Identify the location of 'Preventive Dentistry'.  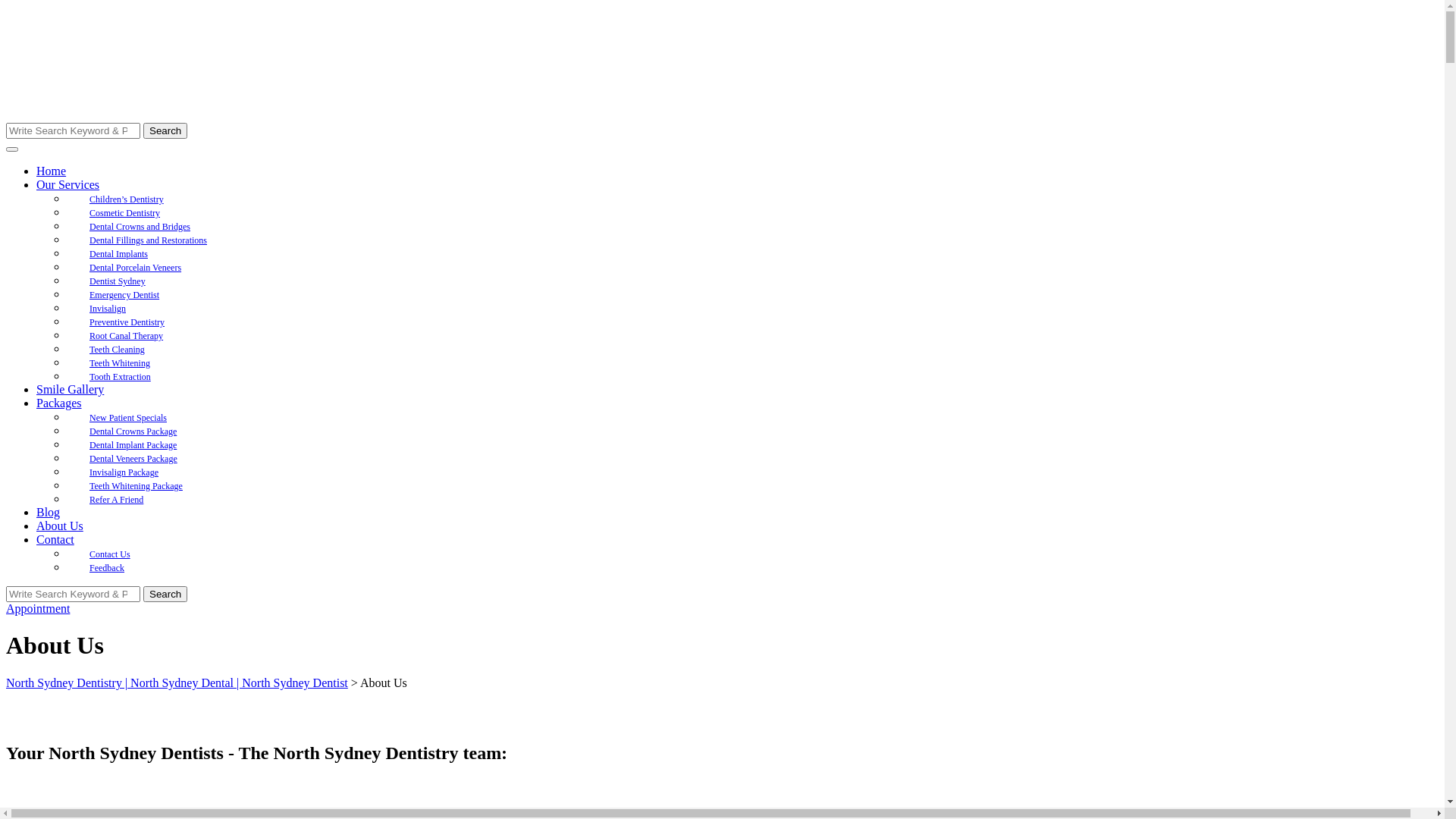
(127, 321).